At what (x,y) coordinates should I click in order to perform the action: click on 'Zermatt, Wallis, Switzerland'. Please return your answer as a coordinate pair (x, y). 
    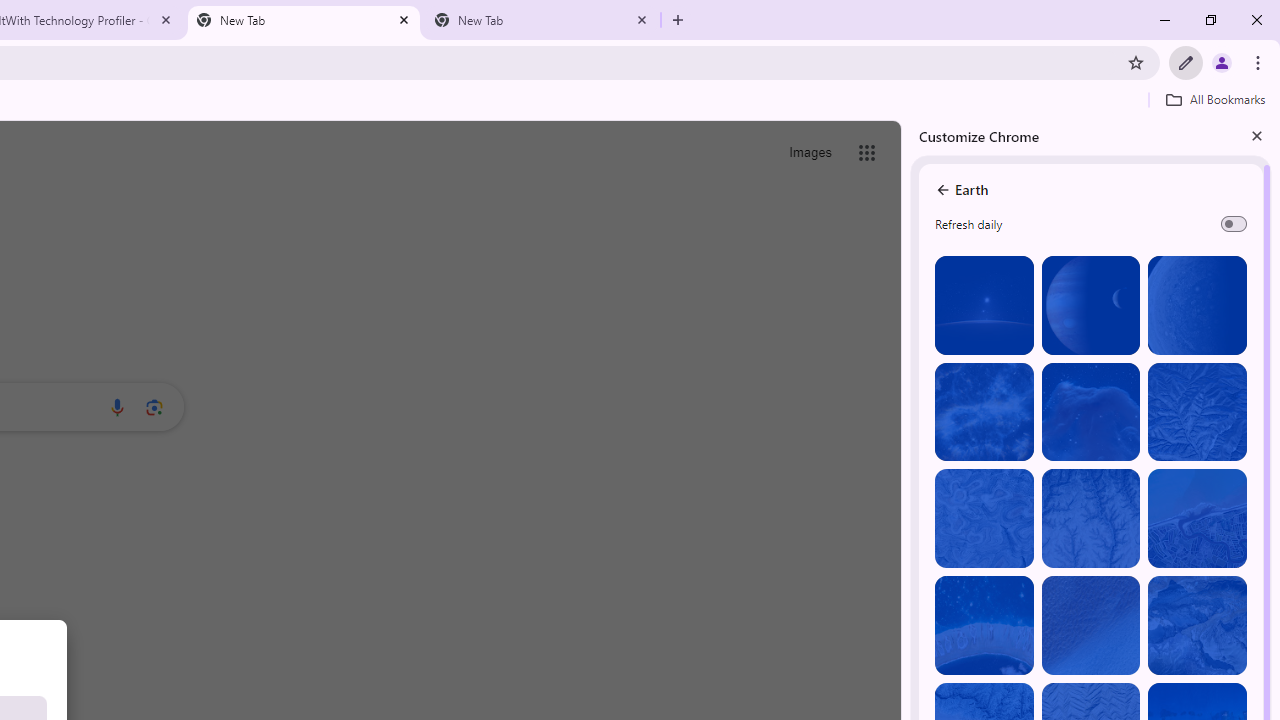
    Looking at the image, I should click on (1197, 624).